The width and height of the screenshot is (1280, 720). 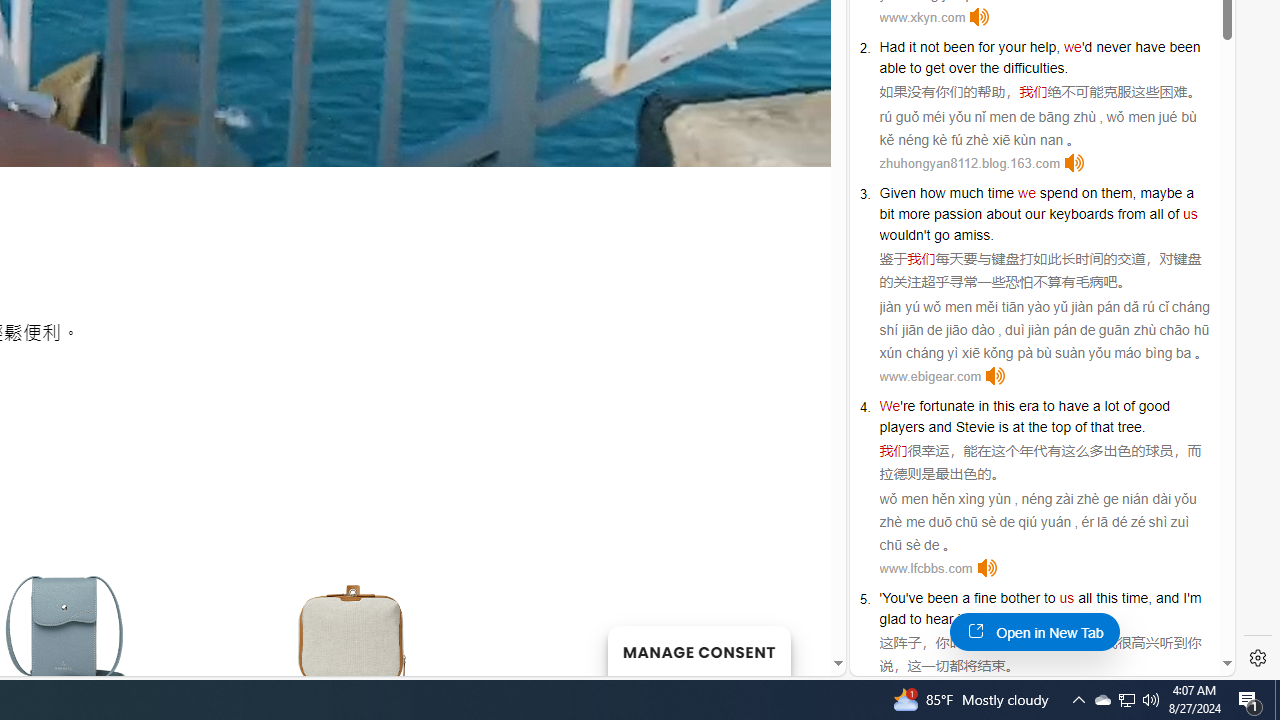 I want to click on 'www.ebigear.com', so click(x=929, y=376).